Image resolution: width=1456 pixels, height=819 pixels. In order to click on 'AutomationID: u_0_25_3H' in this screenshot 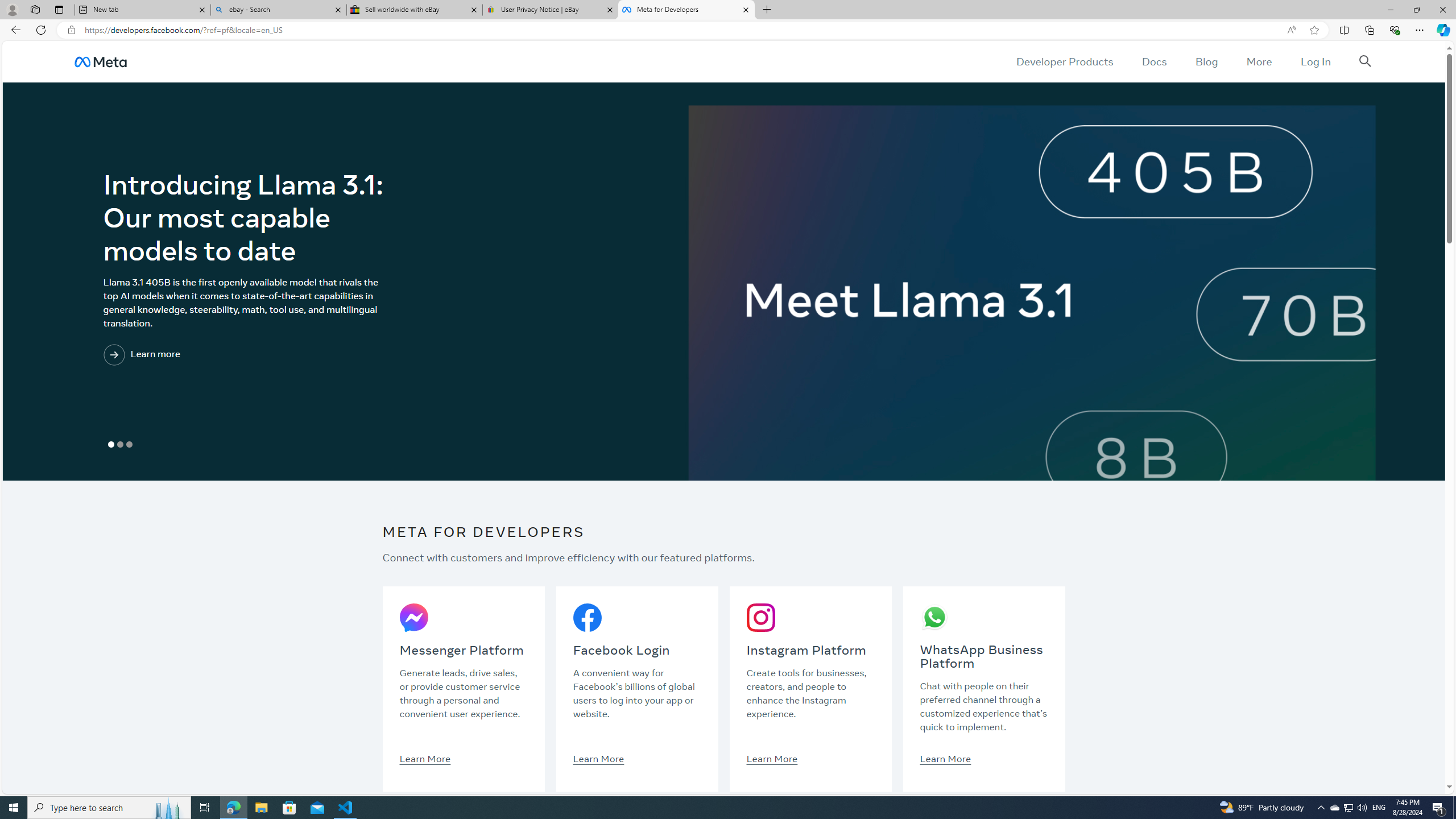, I will do `click(100, 61)`.